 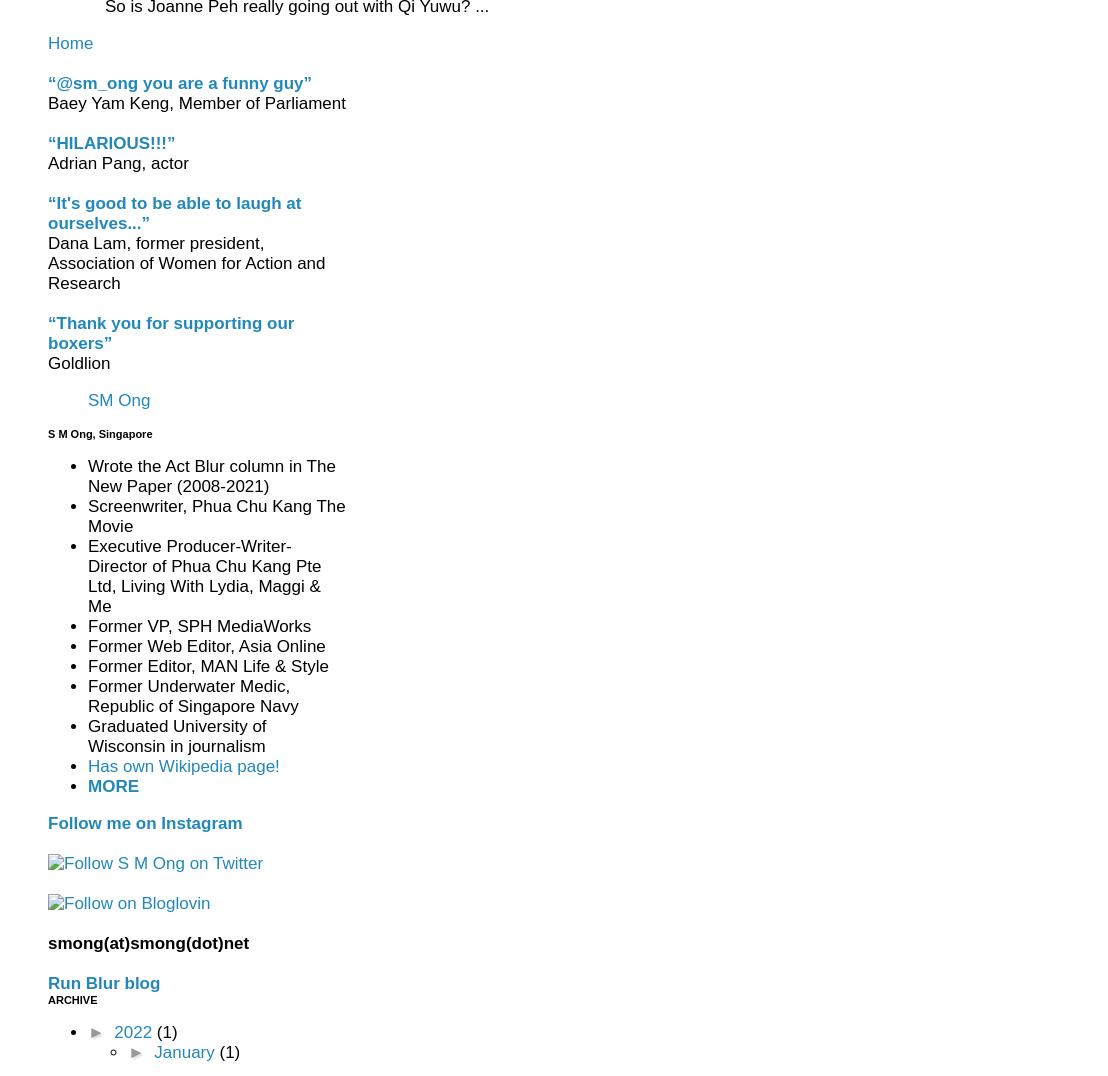 I want to click on 'S M Ong, Singapore', so click(x=100, y=433).